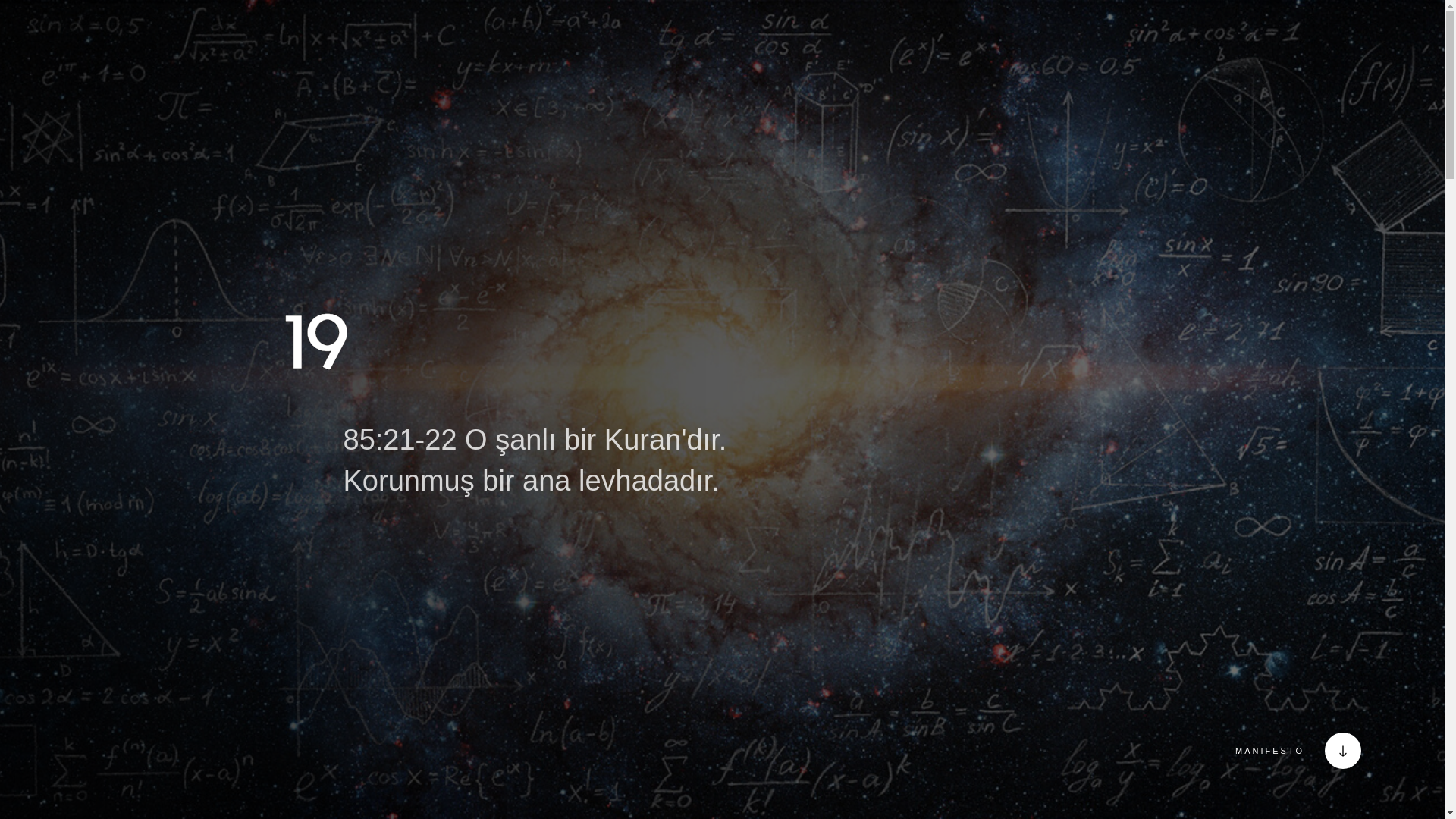 This screenshot has width=1456, height=819. Describe the element at coordinates (1326, 751) in the screenshot. I see `'MANIFESTO'` at that location.